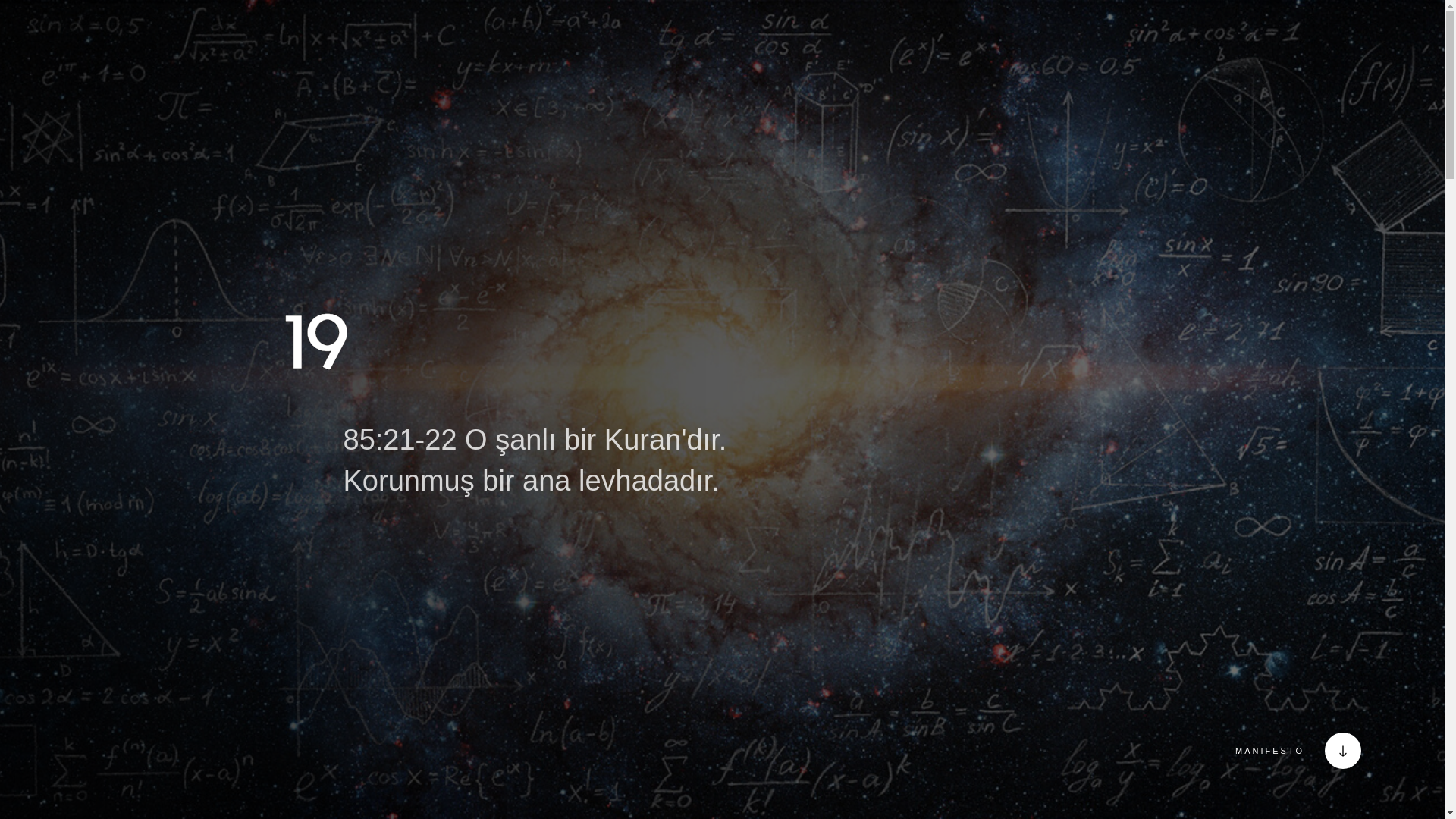 This screenshot has width=1456, height=819. Describe the element at coordinates (1326, 751) in the screenshot. I see `'MANIFESTO'` at that location.